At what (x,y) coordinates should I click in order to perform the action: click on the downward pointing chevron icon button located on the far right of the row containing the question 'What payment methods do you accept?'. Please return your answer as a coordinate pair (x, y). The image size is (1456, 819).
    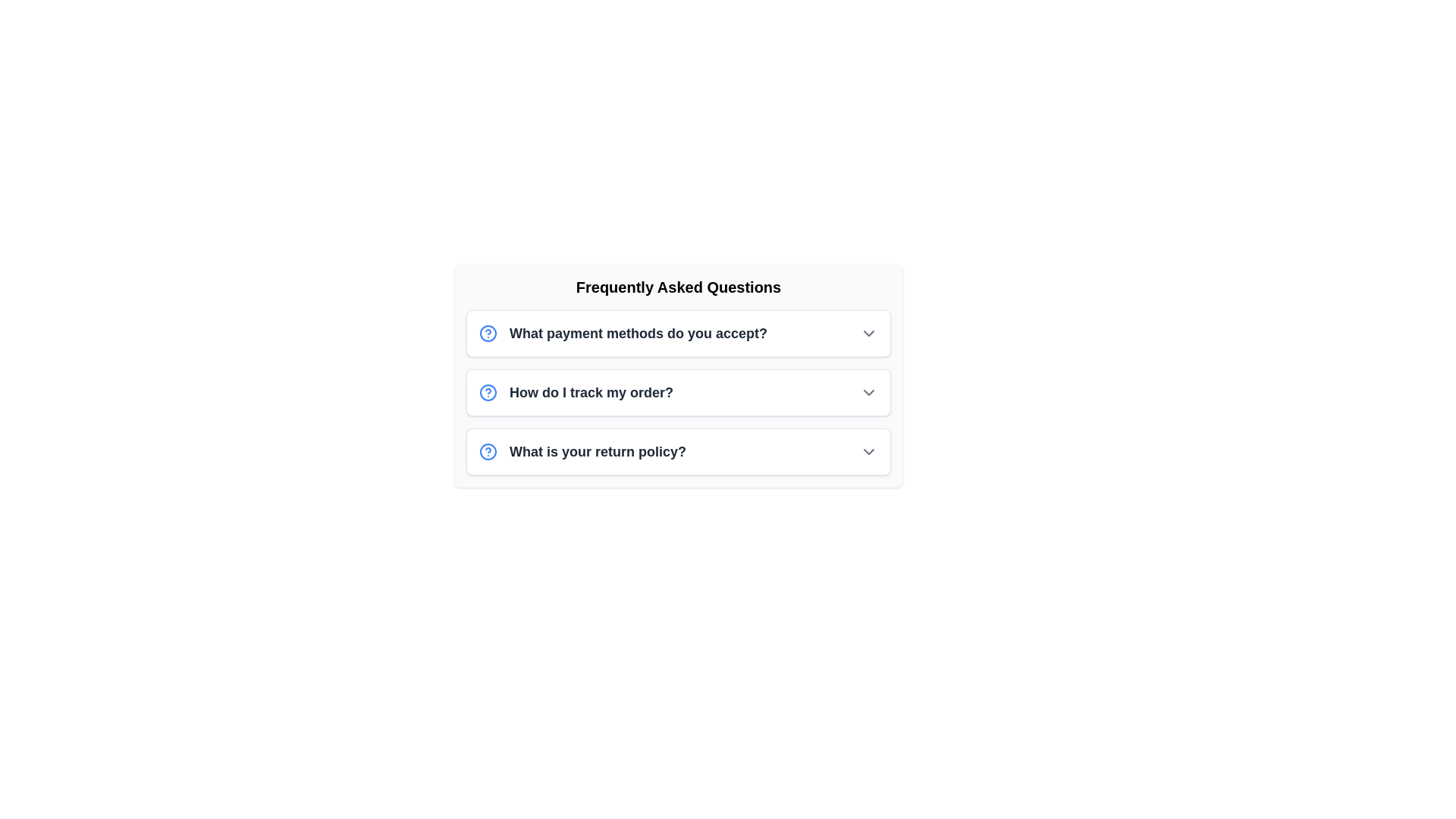
    Looking at the image, I should click on (869, 332).